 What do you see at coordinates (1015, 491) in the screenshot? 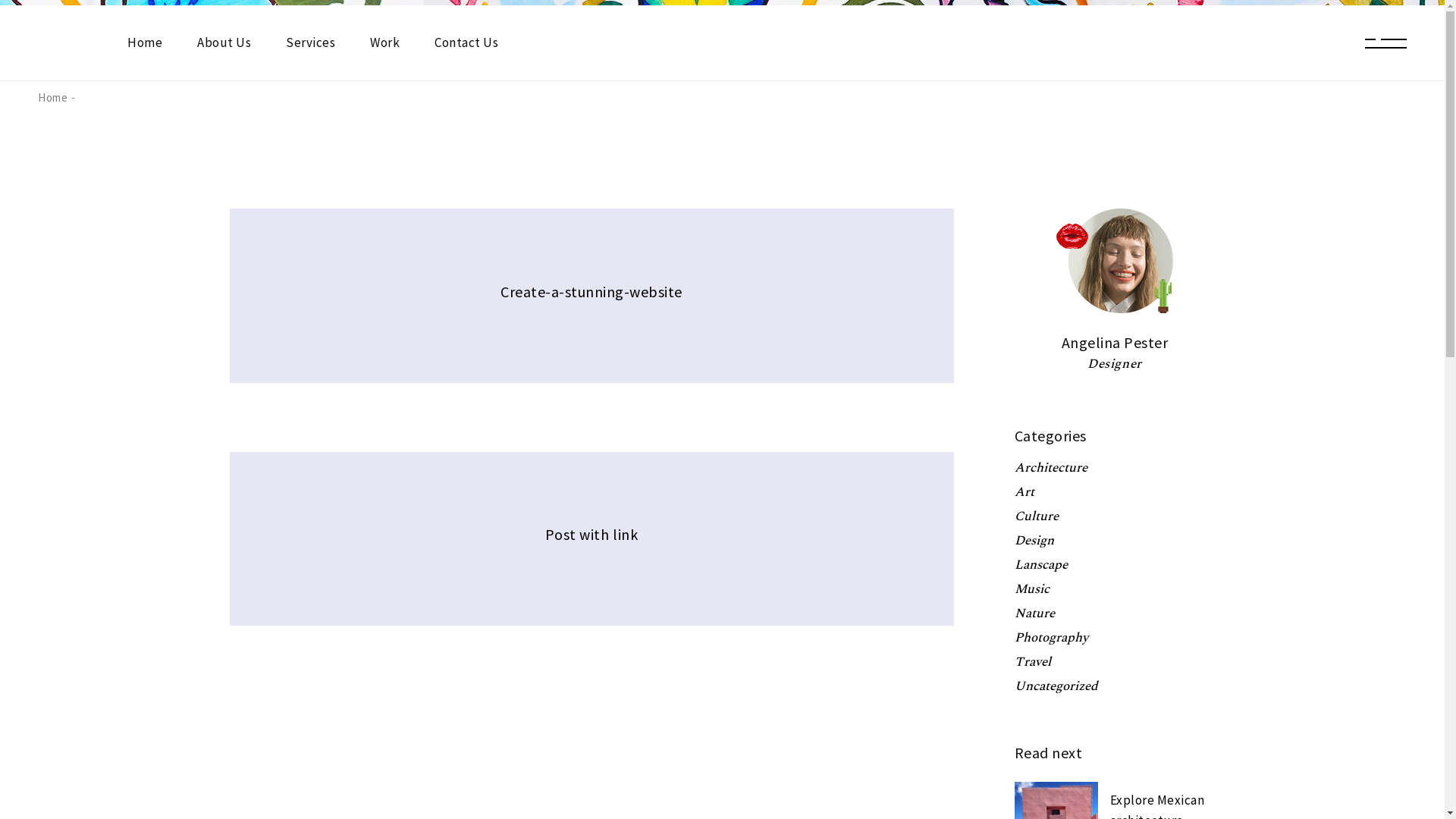
I see `'Art'` at bounding box center [1015, 491].